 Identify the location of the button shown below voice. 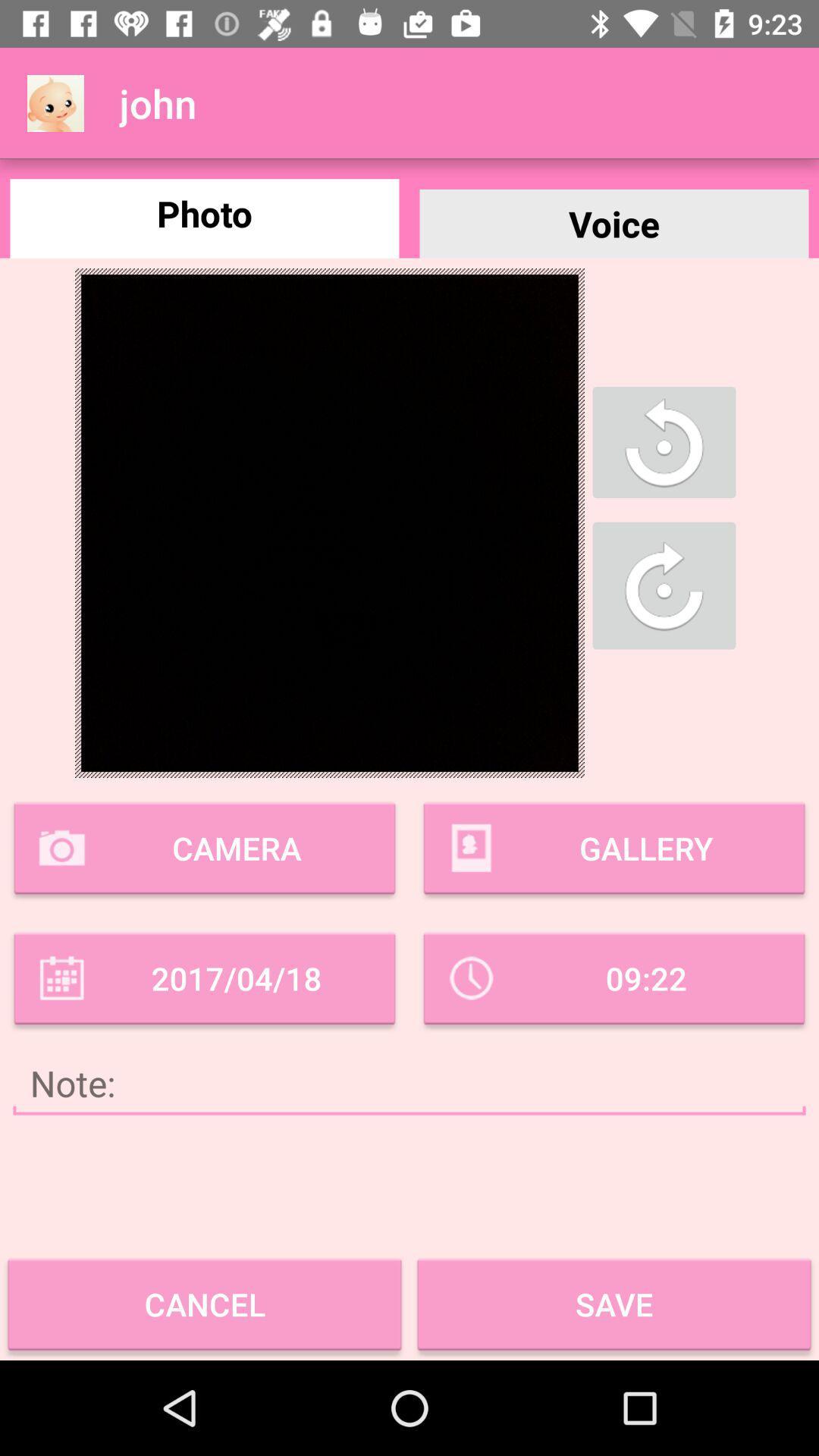
(663, 441).